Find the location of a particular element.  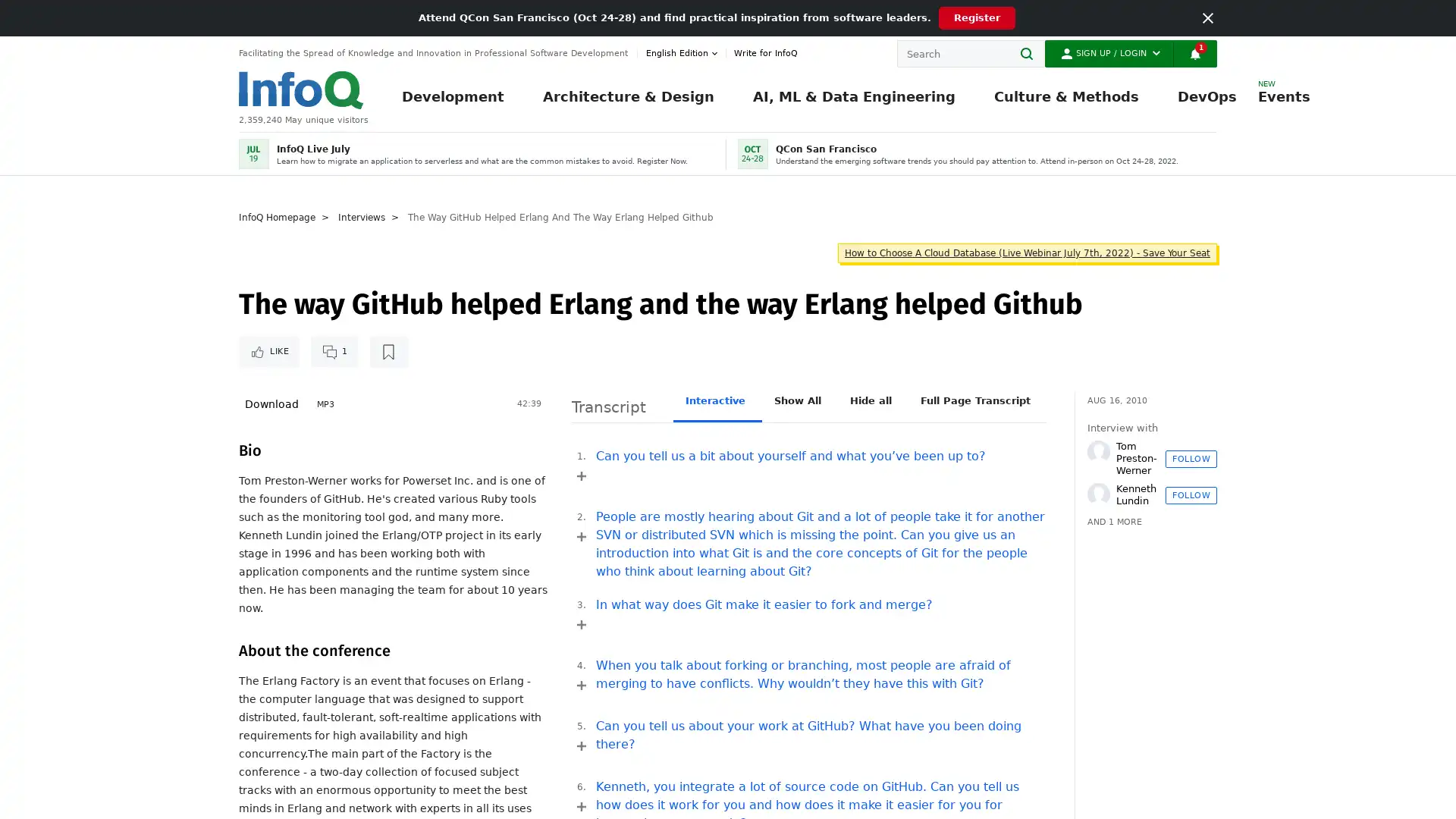

Read later is located at coordinates (388, 351).